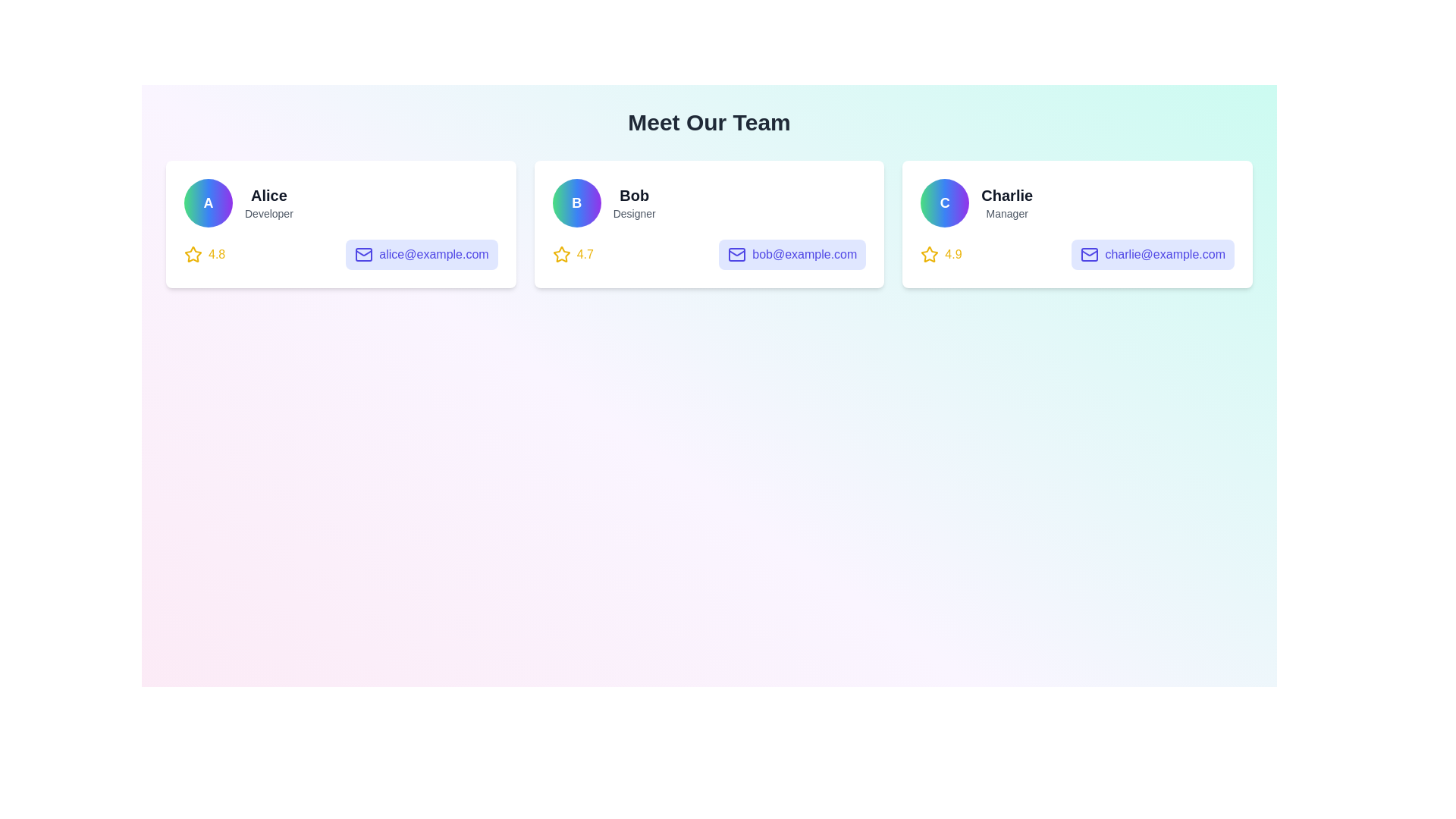  What do you see at coordinates (1153, 253) in the screenshot?
I see `the contact link button for emailing Charlie, located in the bottom-right corner of the third card from the left in a horizontal card layout` at bounding box center [1153, 253].